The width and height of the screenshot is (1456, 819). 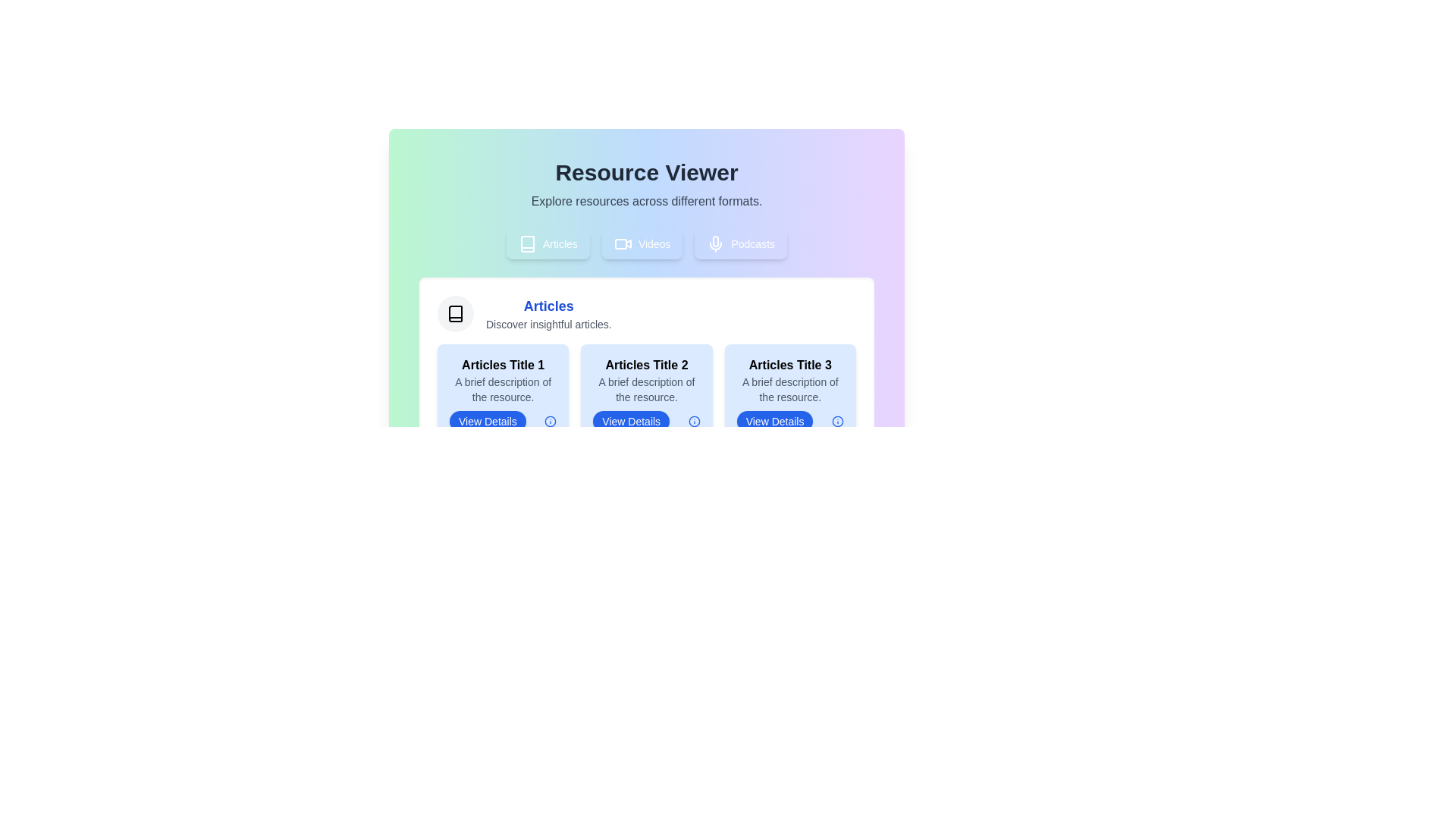 What do you see at coordinates (642, 243) in the screenshot?
I see `the 'Videos' button, which is a rectangular button with rounded corners located in the top-center navigation menu` at bounding box center [642, 243].